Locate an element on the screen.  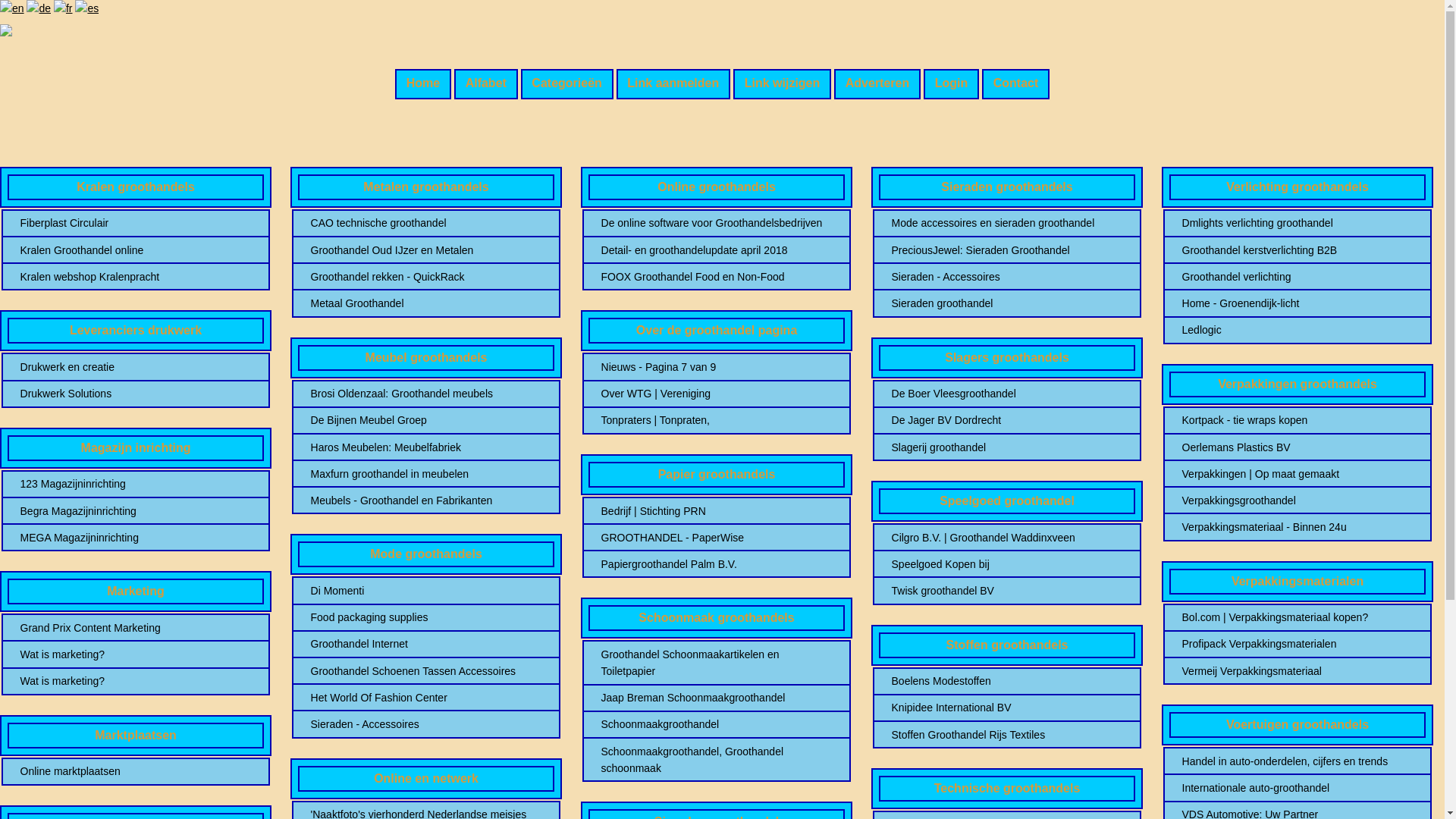
'De Jager BV Dordrecht' is located at coordinates (1007, 420).